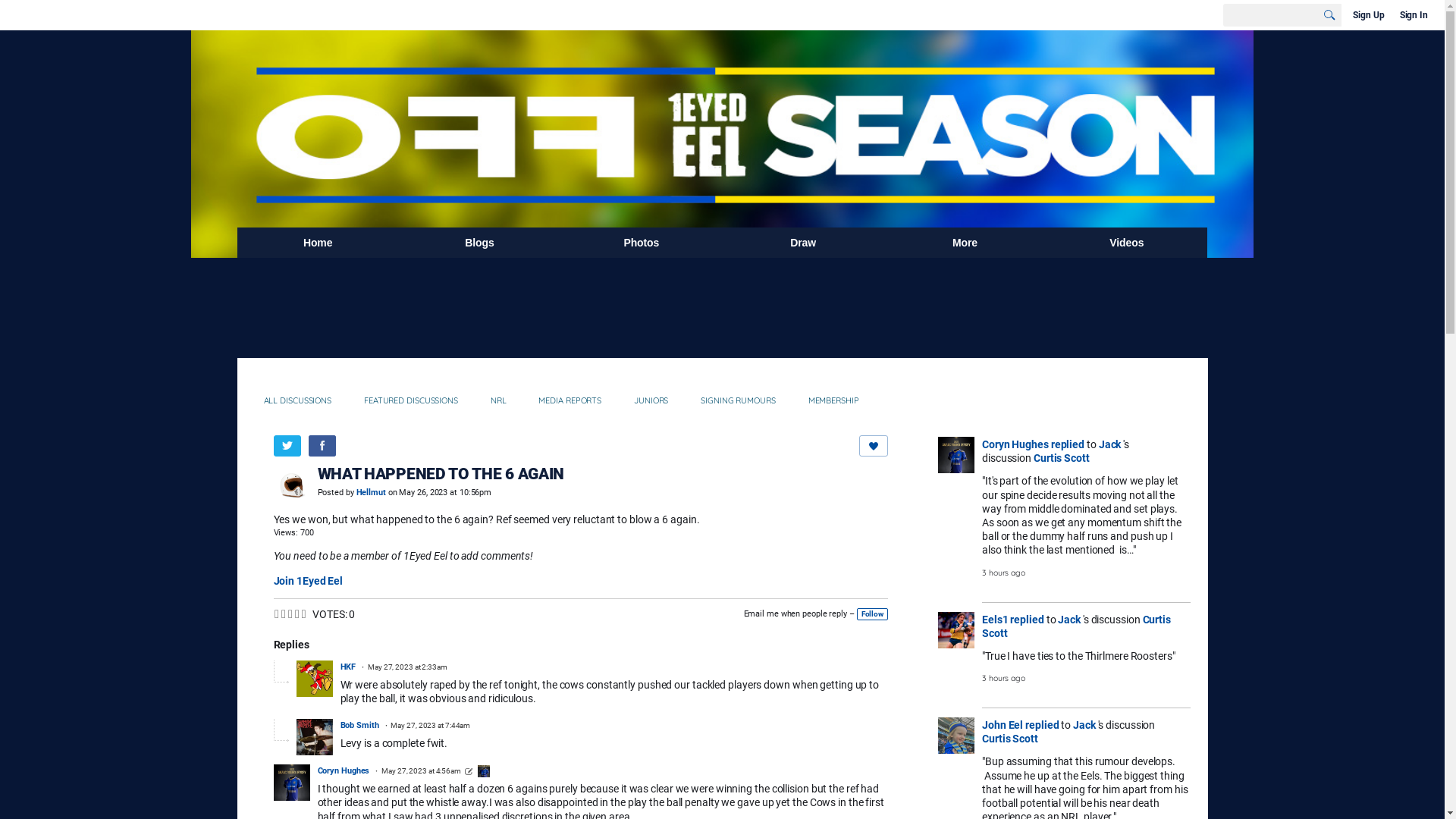 The height and width of the screenshot is (819, 1456). What do you see at coordinates (884, 242) in the screenshot?
I see `'More'` at bounding box center [884, 242].